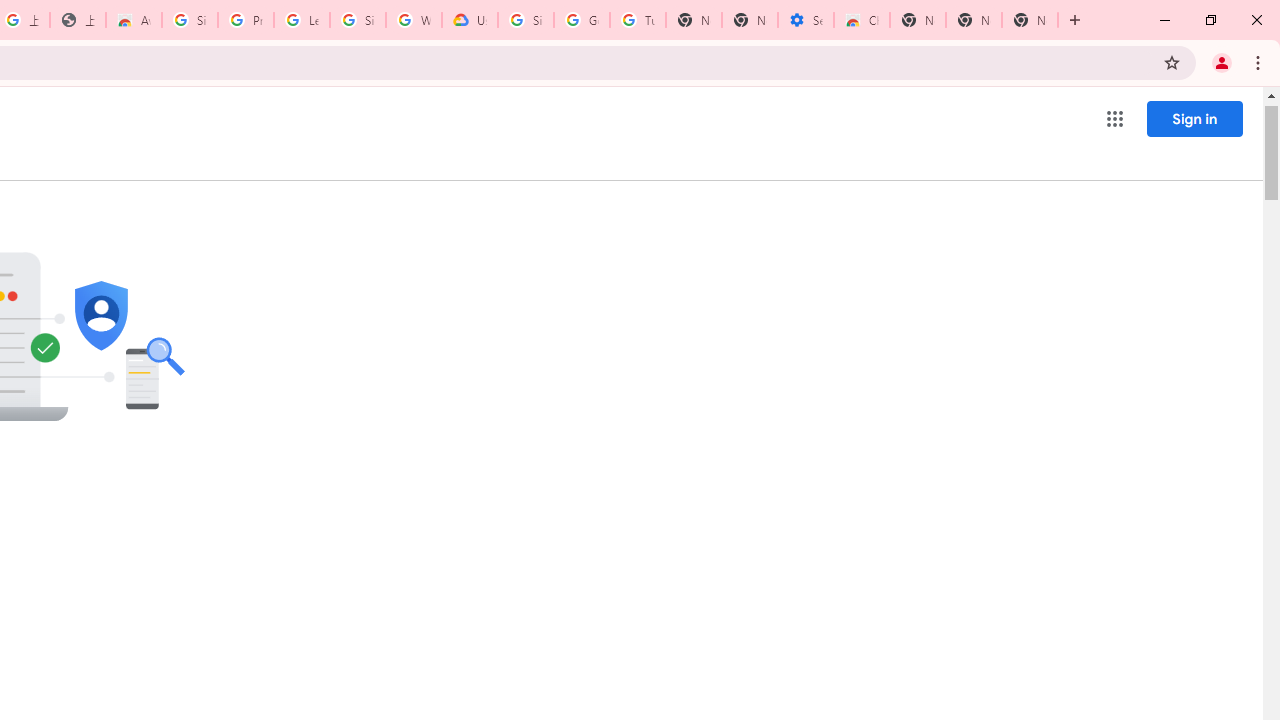 This screenshot has width=1280, height=720. What do you see at coordinates (1030, 20) in the screenshot?
I see `'New Tab'` at bounding box center [1030, 20].